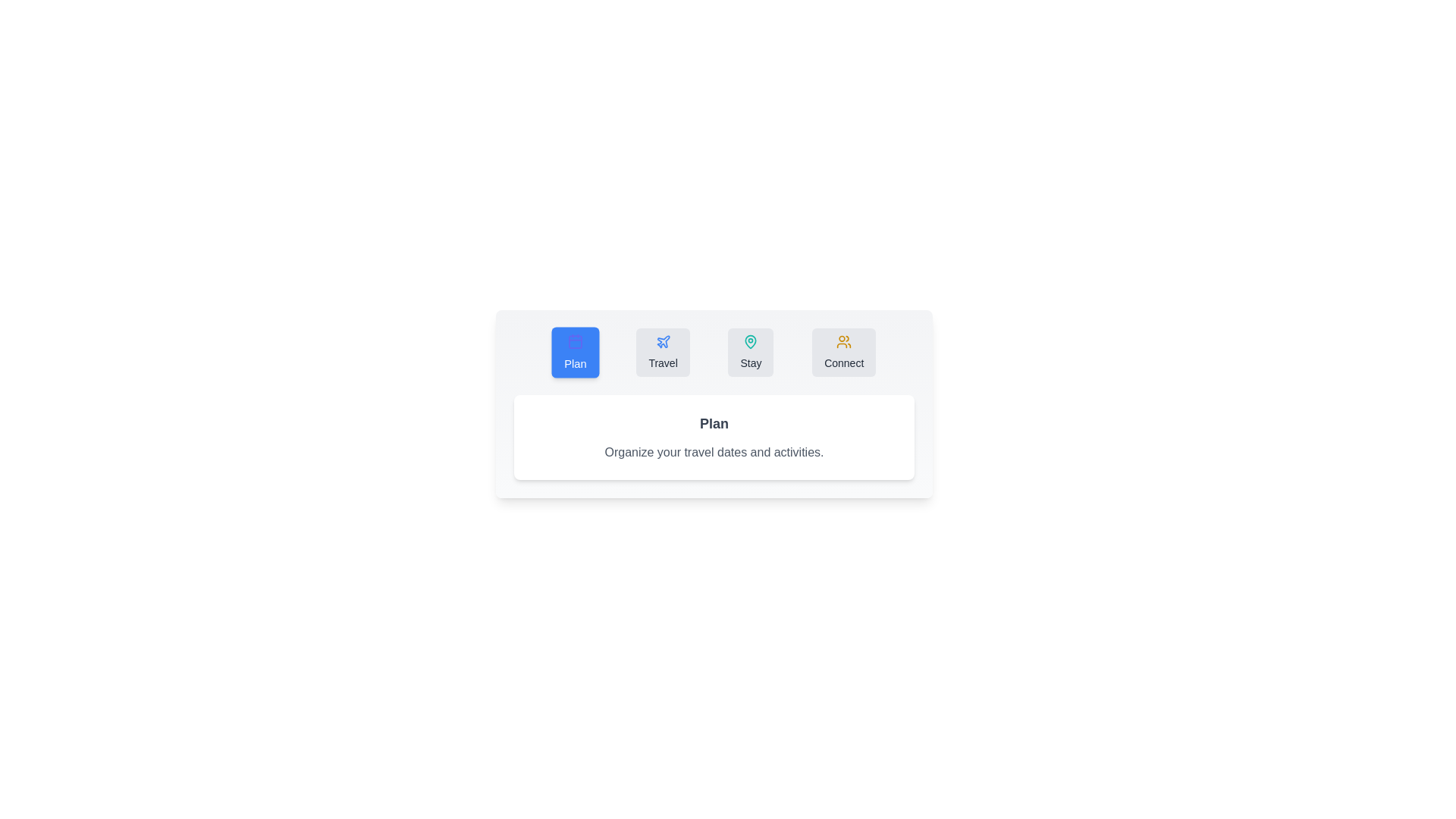 This screenshot has height=819, width=1456. I want to click on the tab labeled 'Connect' to preview its hover state, so click(843, 353).